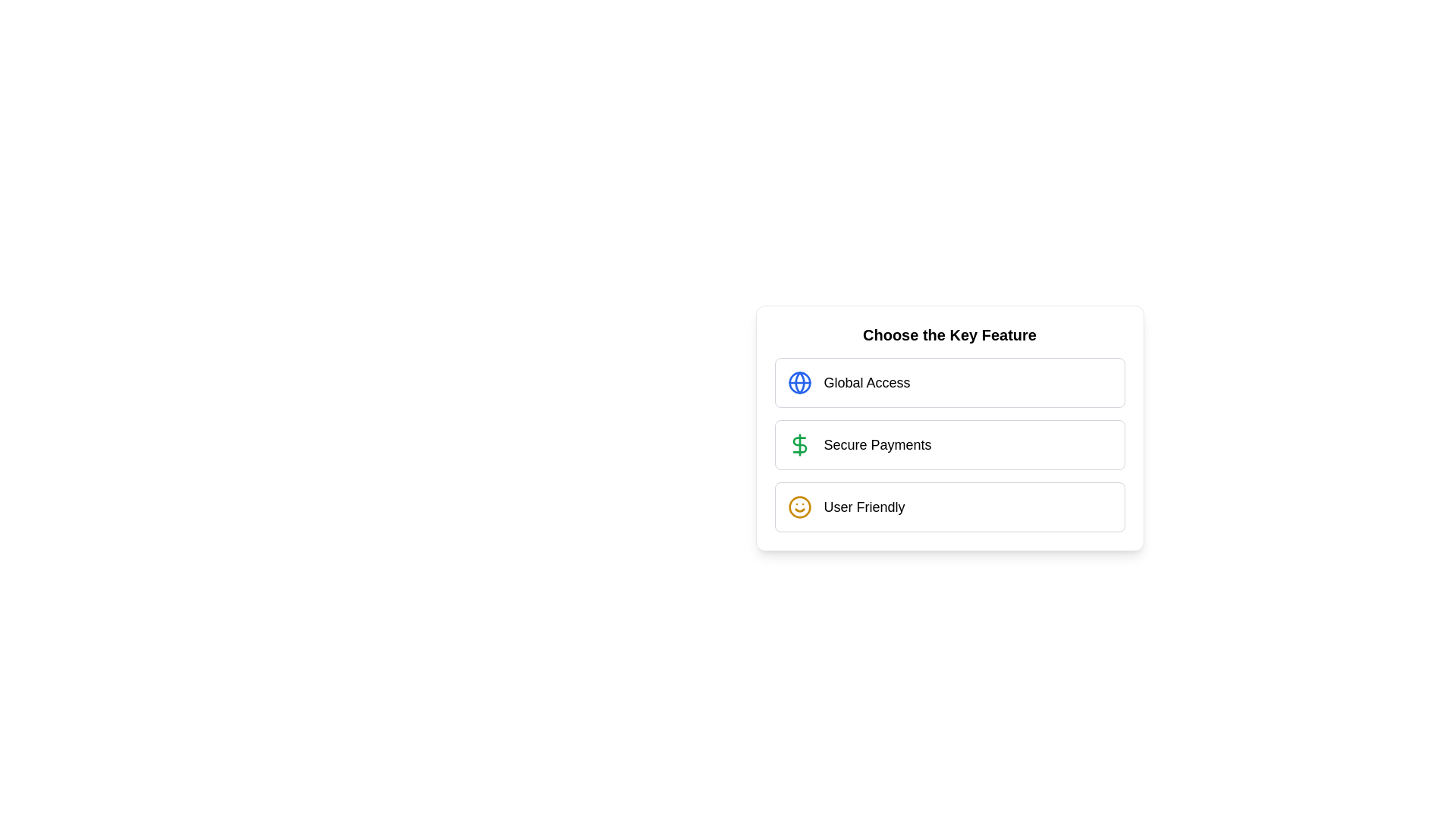 Image resolution: width=1456 pixels, height=819 pixels. Describe the element at coordinates (949, 428) in the screenshot. I see `the 'Secure Payments' selectable button, which is the second option in a vertically stacked group of buttons, located between 'Global Access' and 'User Friendly'` at that location.